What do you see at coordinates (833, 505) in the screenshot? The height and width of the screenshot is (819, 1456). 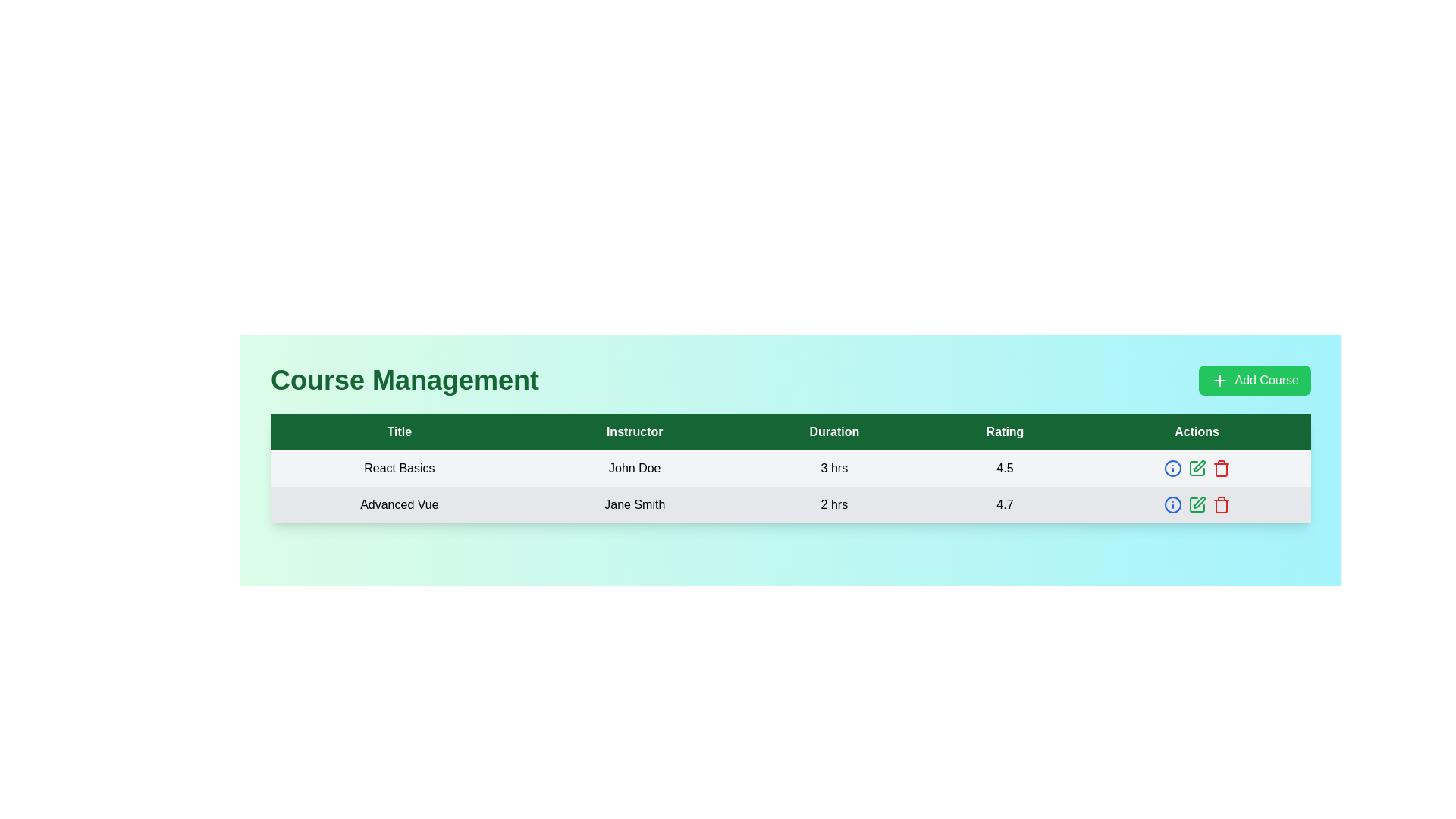 I see `the text label displaying '2 hrs' in the 'Duration' column of the table row for 'Advanced Vue' and 'Jane Smith', which is the third cell in that row` at bounding box center [833, 505].